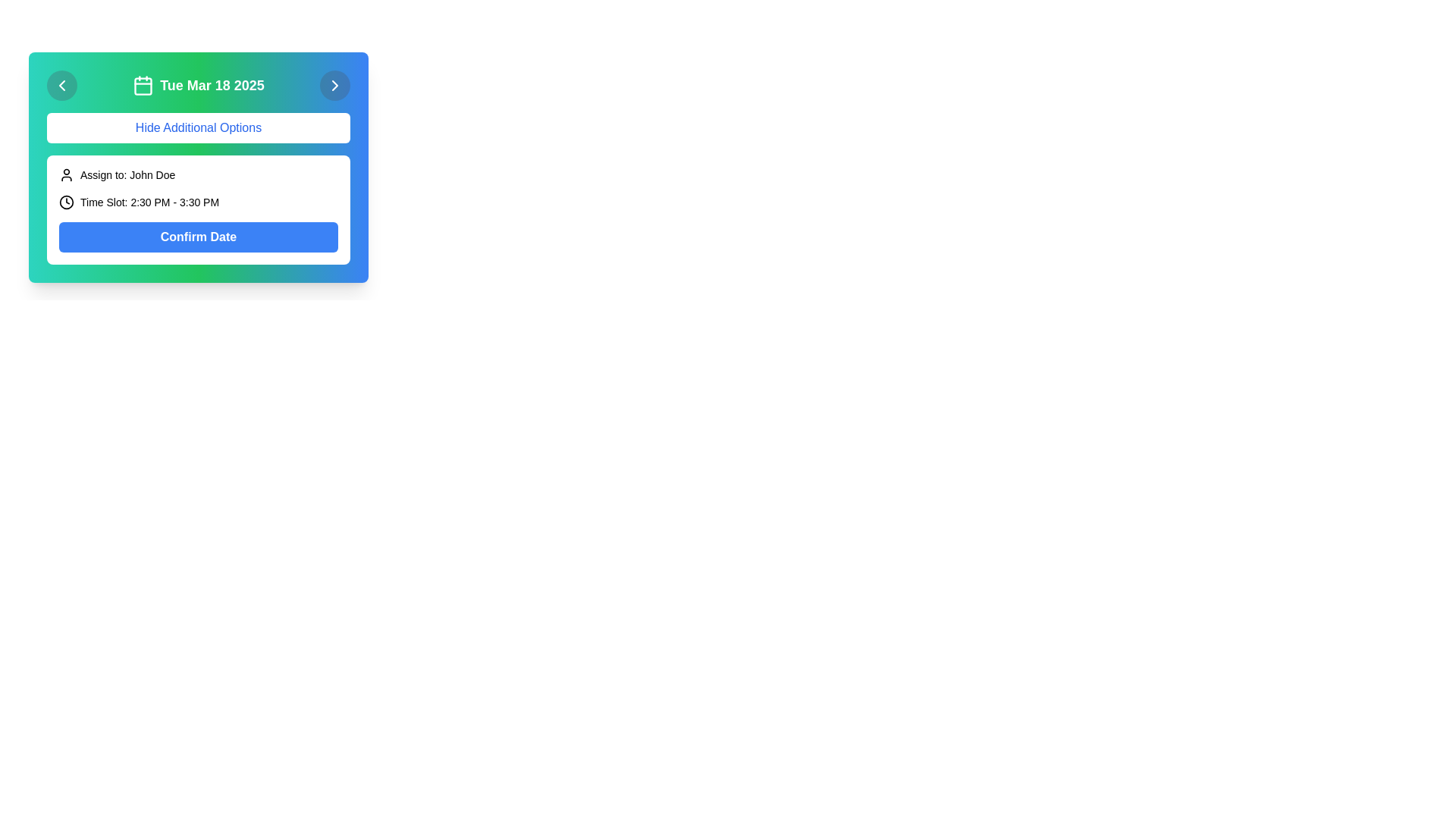  What do you see at coordinates (143, 86) in the screenshot?
I see `the larger filled rectangle within the calendar icon located at the top-left corner of the widget's header` at bounding box center [143, 86].